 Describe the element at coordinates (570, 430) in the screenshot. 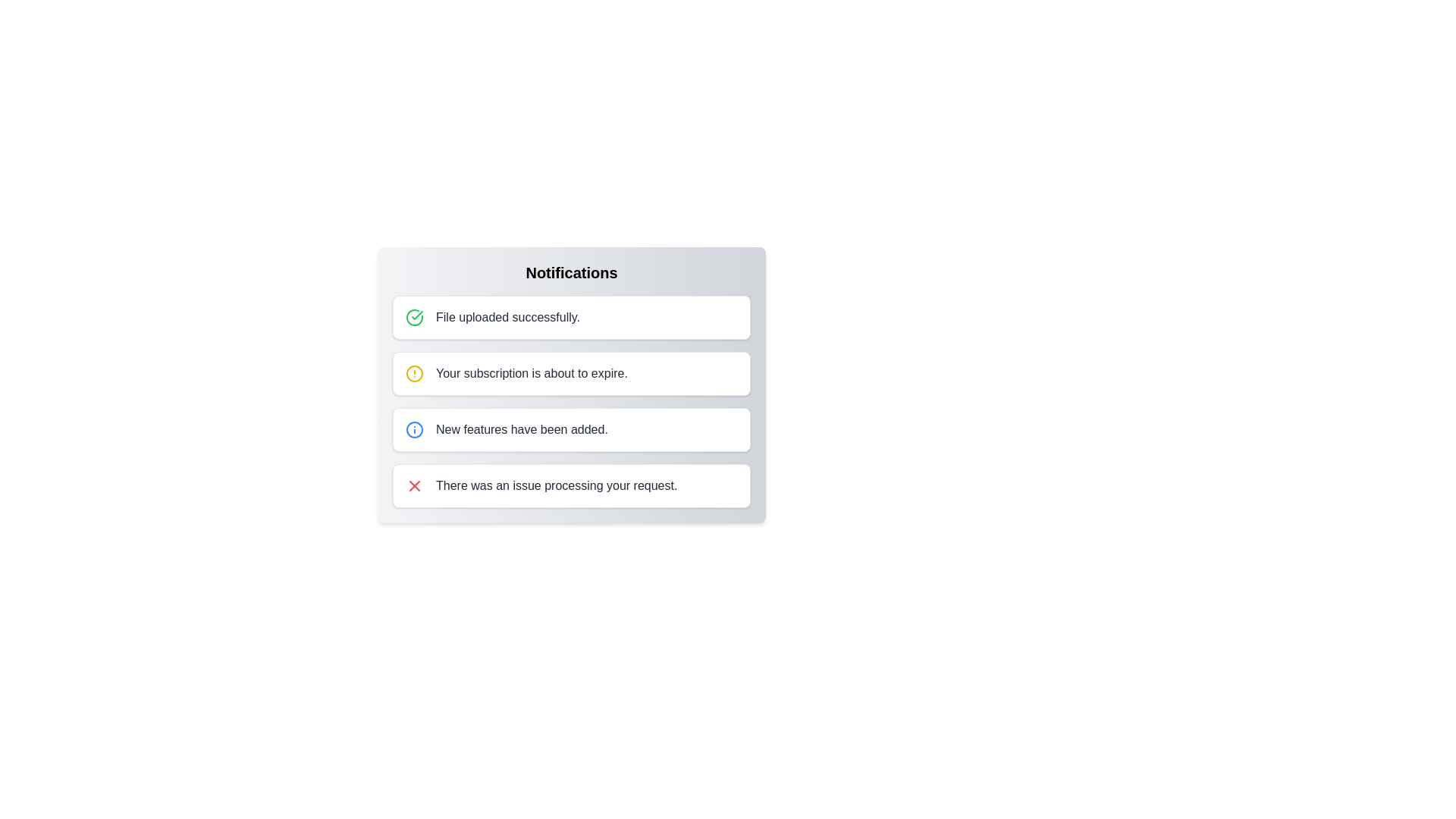

I see `the Notification card that informs the user about new features, positioned as the third card in a vertical list of four cards` at that location.